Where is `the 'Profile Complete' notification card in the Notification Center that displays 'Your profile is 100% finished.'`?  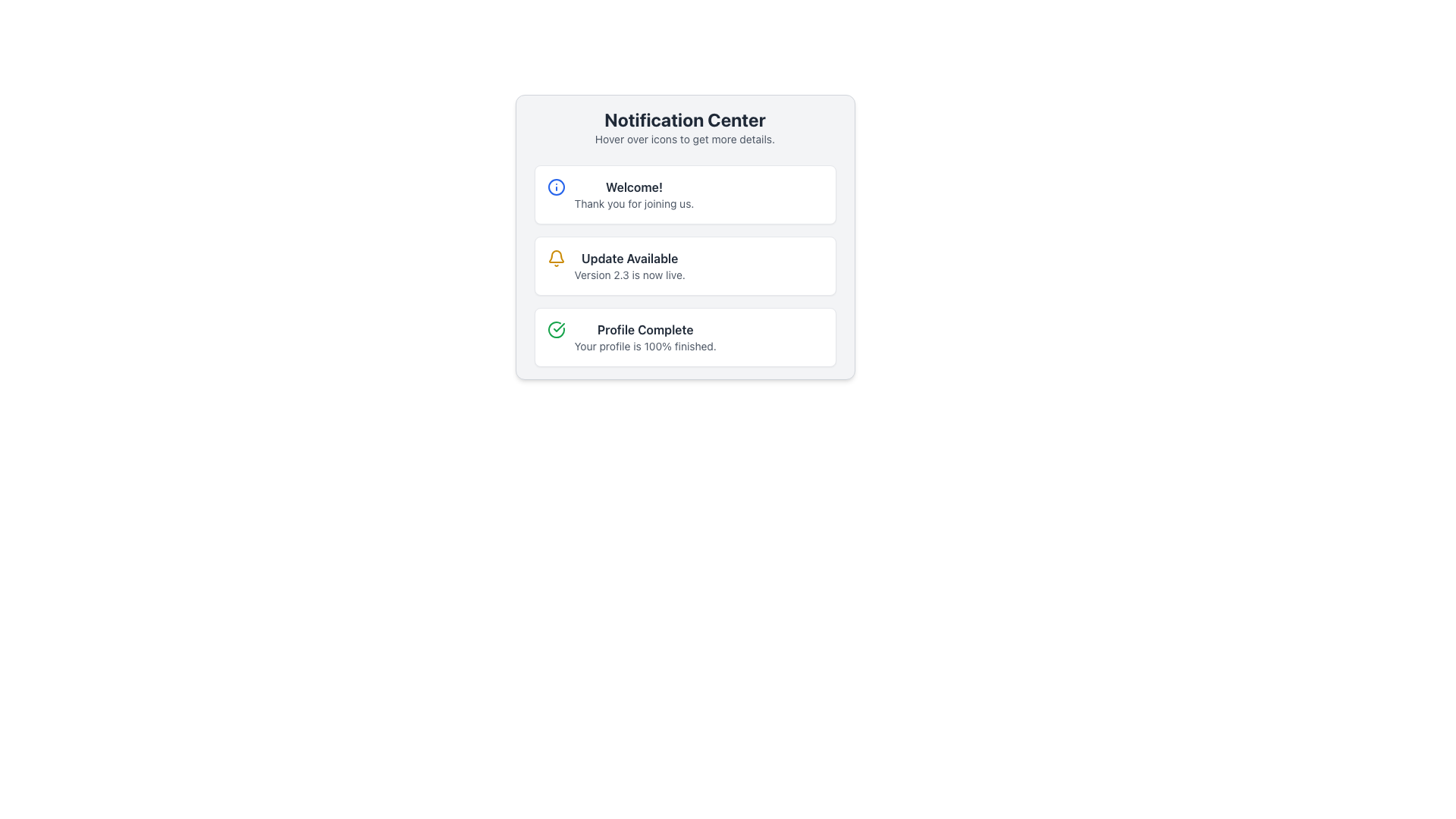
the 'Profile Complete' notification card in the Notification Center that displays 'Your profile is 100% finished.' is located at coordinates (645, 336).